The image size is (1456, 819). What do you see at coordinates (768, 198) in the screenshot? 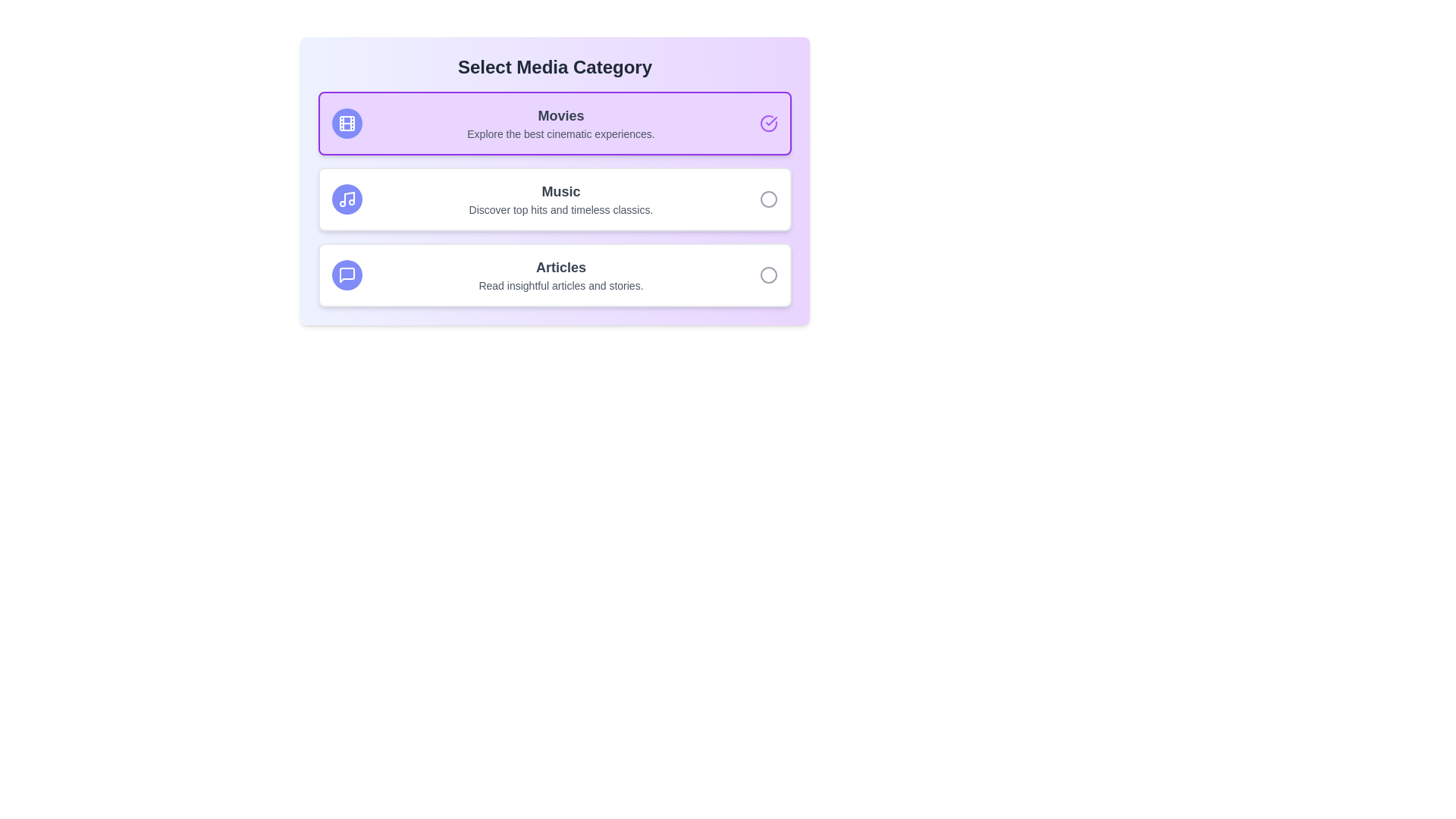
I see `the circular radio button styled with a thin gray stroke and a small filled circle` at bounding box center [768, 198].